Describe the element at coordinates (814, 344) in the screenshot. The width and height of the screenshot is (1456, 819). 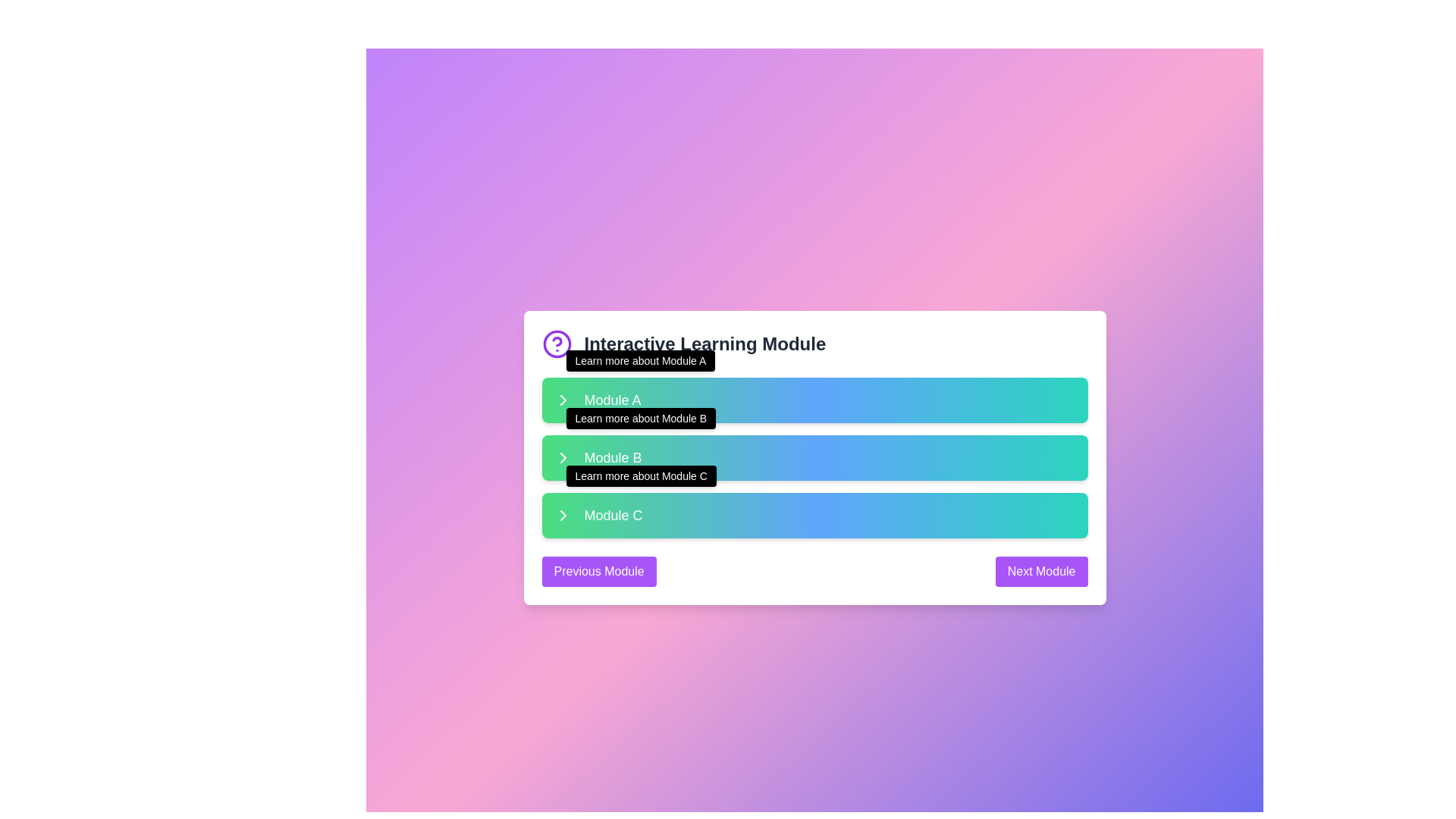
I see `the Header text element at the top of the section` at that location.